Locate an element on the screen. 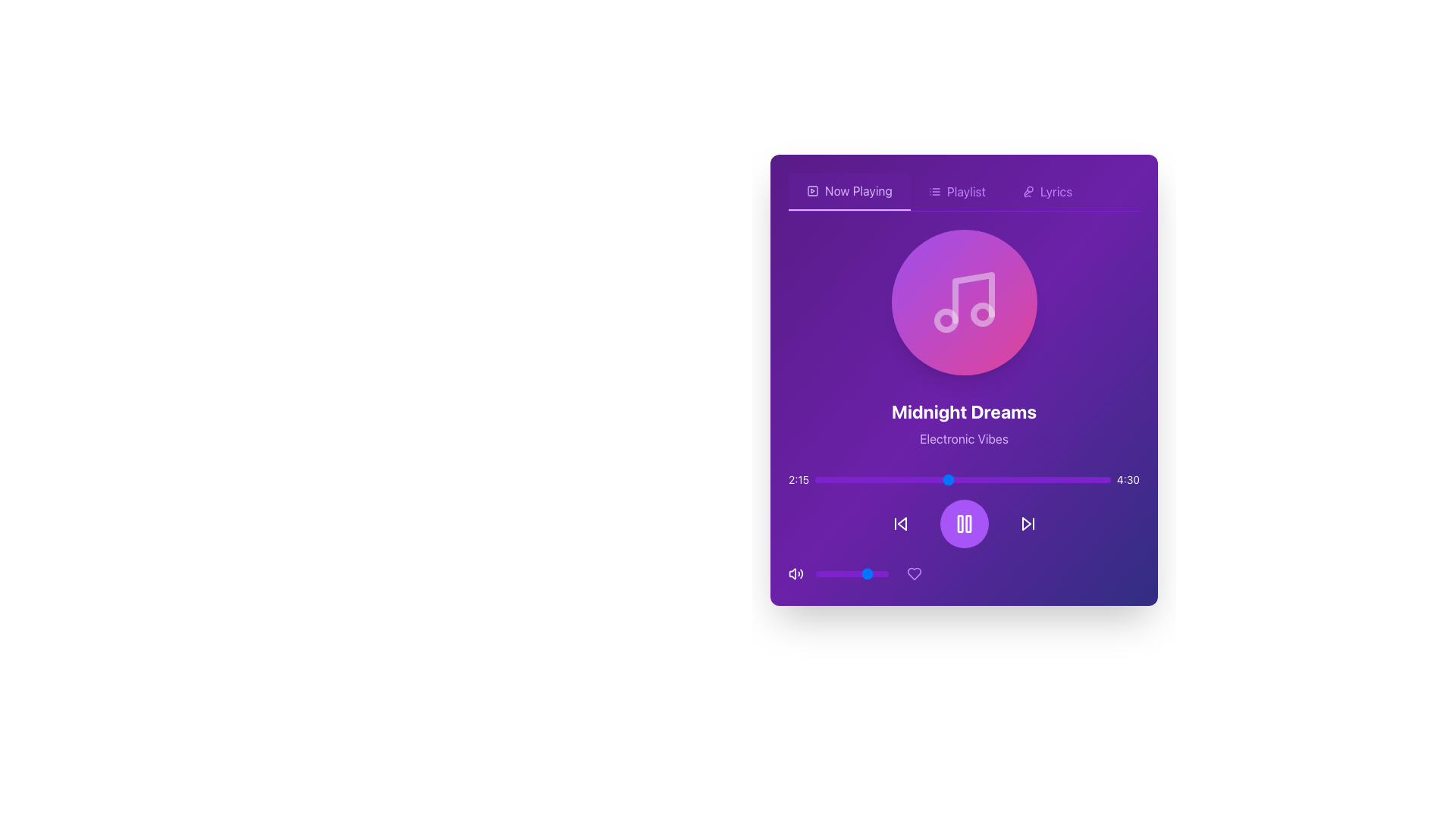 The width and height of the screenshot is (1456, 819). progress is located at coordinates (915, 479).